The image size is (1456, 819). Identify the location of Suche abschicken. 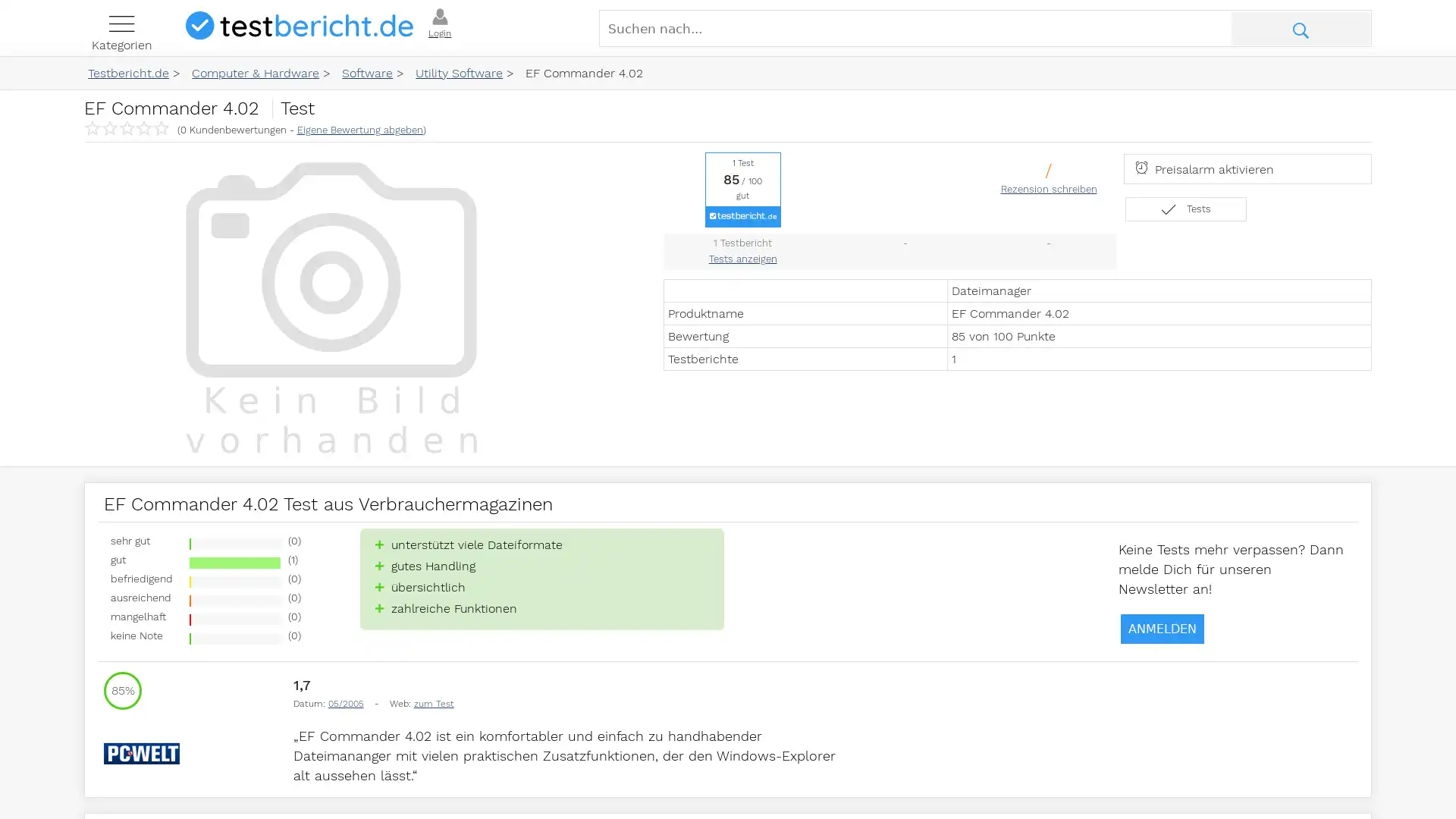
(1299, 28).